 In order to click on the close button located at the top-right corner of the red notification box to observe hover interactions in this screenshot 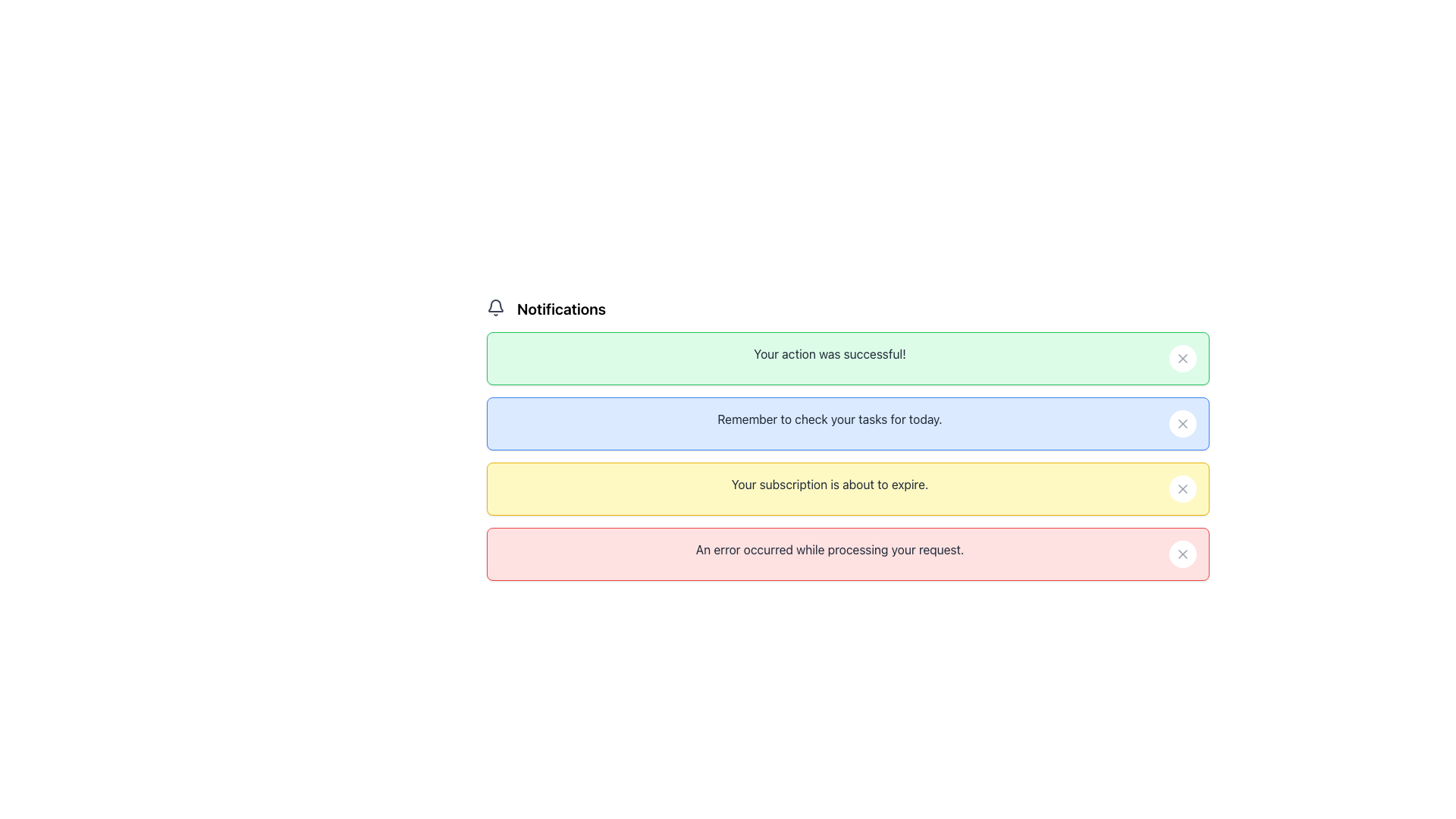, I will do `click(1182, 554)`.